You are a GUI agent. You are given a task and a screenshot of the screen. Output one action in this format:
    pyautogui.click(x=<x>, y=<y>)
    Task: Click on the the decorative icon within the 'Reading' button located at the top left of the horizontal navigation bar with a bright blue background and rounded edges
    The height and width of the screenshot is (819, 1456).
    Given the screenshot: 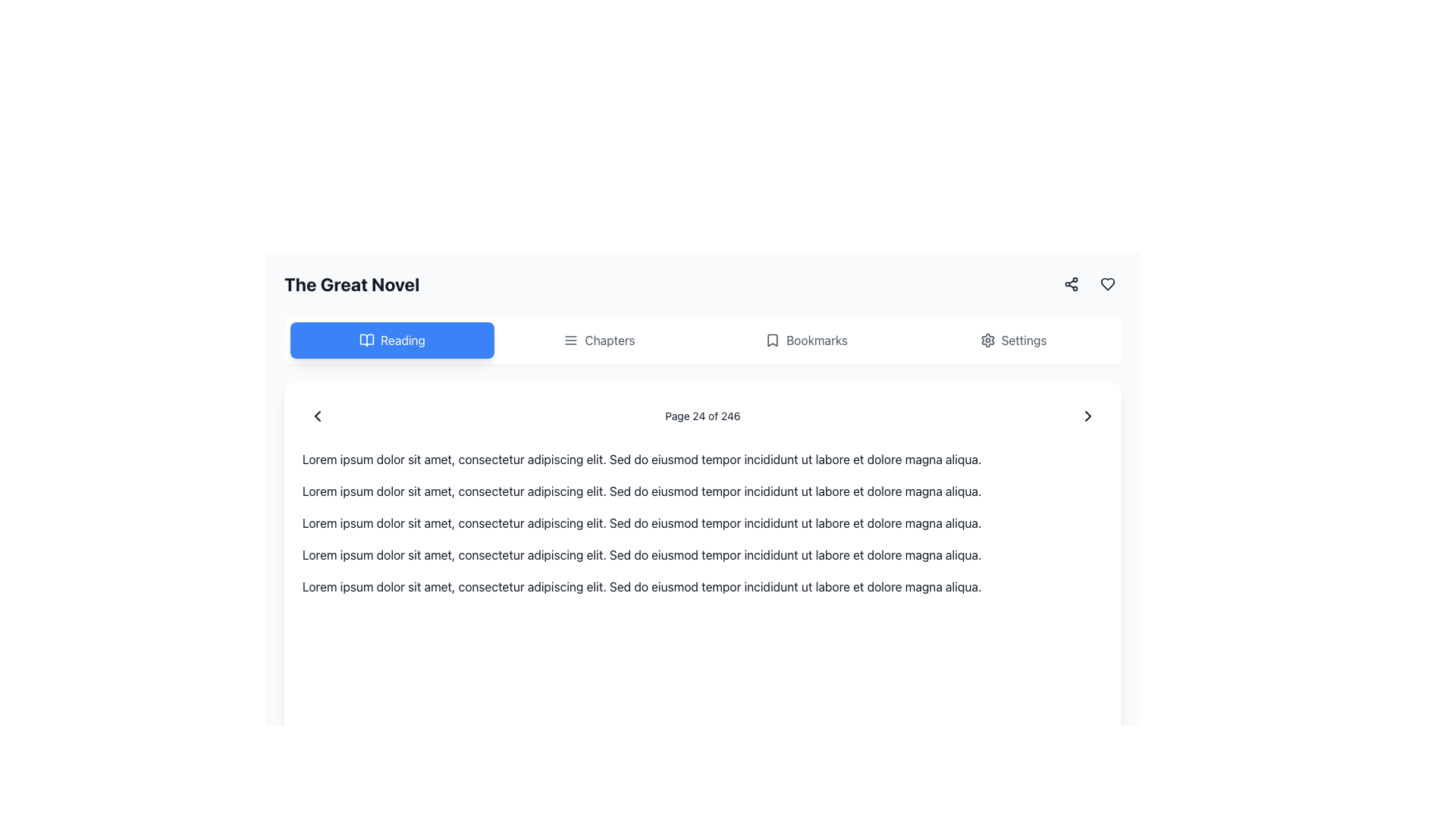 What is the action you would take?
    pyautogui.click(x=367, y=339)
    